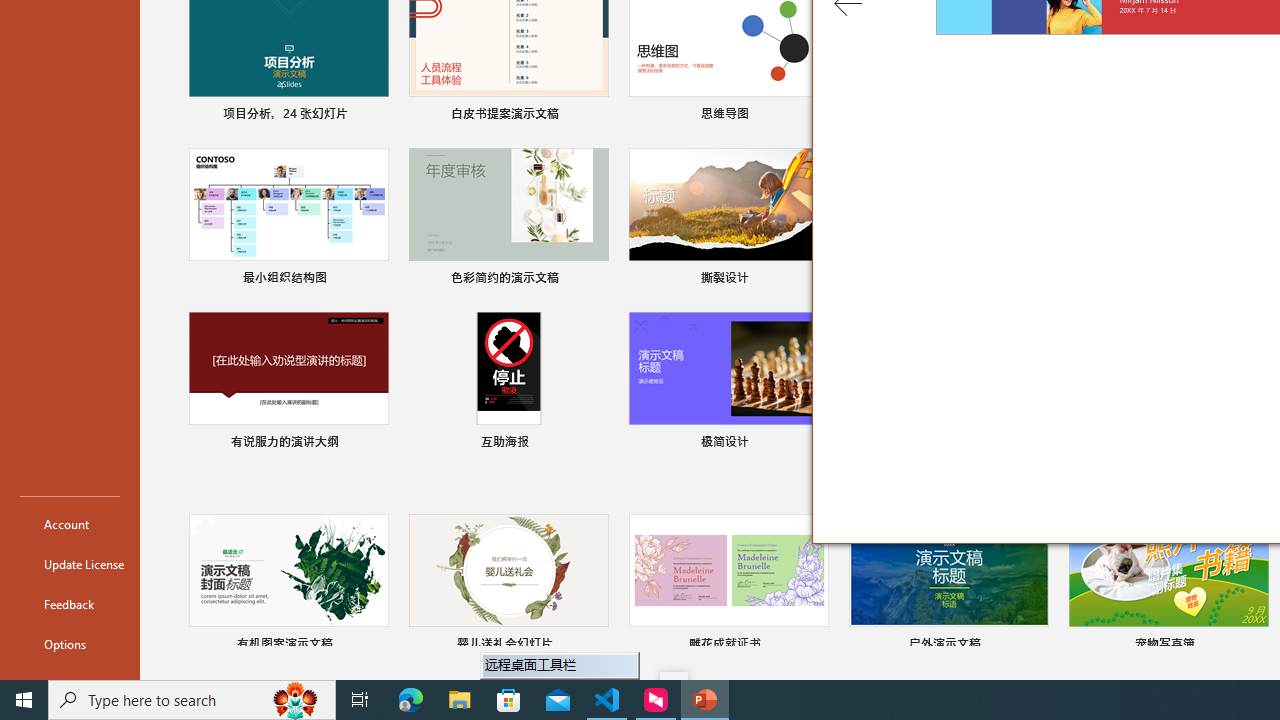 Image resolution: width=1280 pixels, height=720 pixels. I want to click on 'Type here to search', so click(192, 698).